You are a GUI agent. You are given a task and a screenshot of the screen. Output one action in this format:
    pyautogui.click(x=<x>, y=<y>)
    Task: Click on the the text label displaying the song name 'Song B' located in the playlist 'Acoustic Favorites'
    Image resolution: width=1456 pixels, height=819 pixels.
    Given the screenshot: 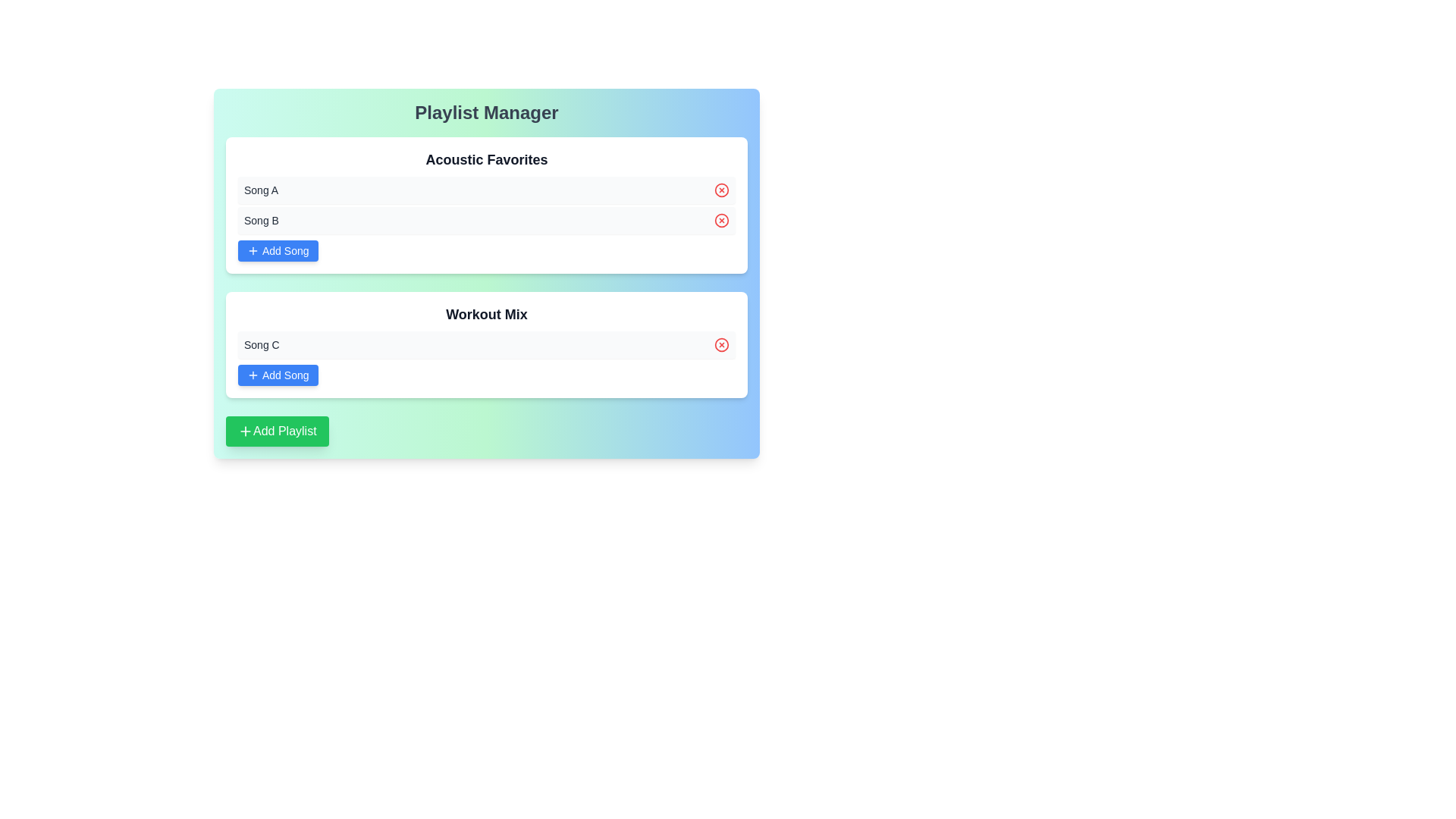 What is the action you would take?
    pyautogui.click(x=262, y=220)
    